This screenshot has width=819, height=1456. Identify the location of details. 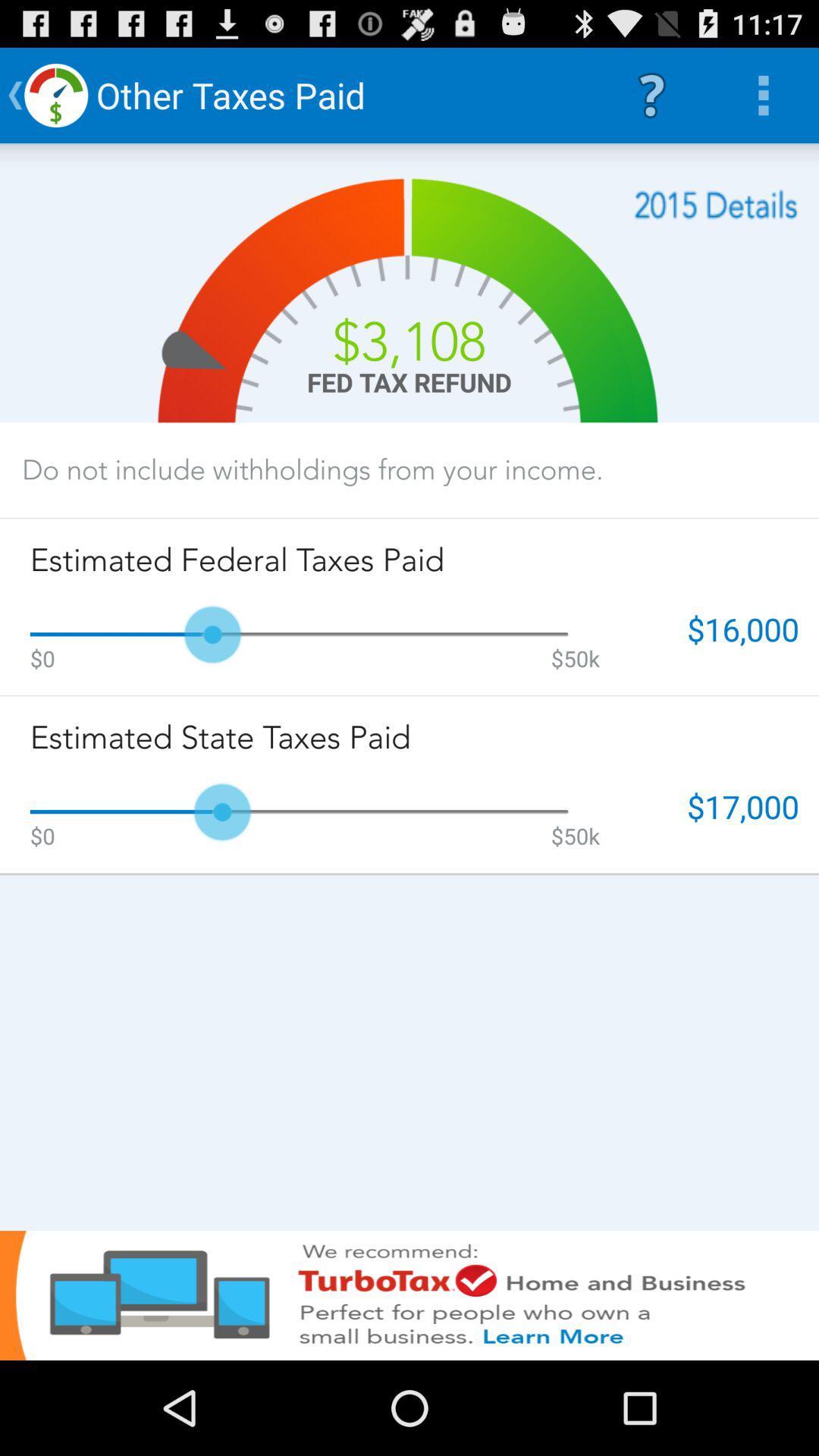
(716, 204).